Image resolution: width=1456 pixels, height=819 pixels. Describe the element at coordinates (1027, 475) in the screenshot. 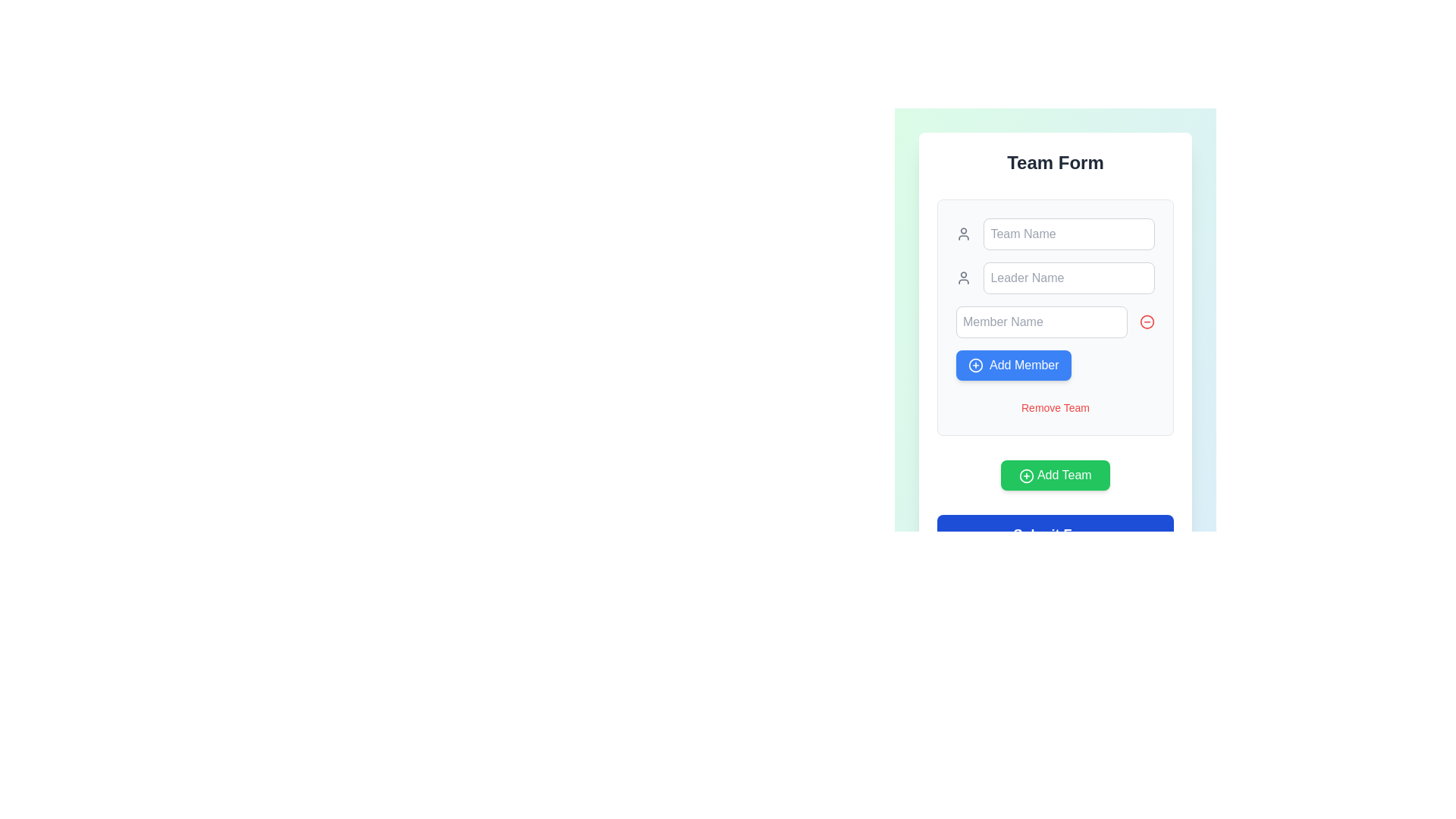

I see `the circular decorative icon centered on the 'Add Team' green button` at that location.